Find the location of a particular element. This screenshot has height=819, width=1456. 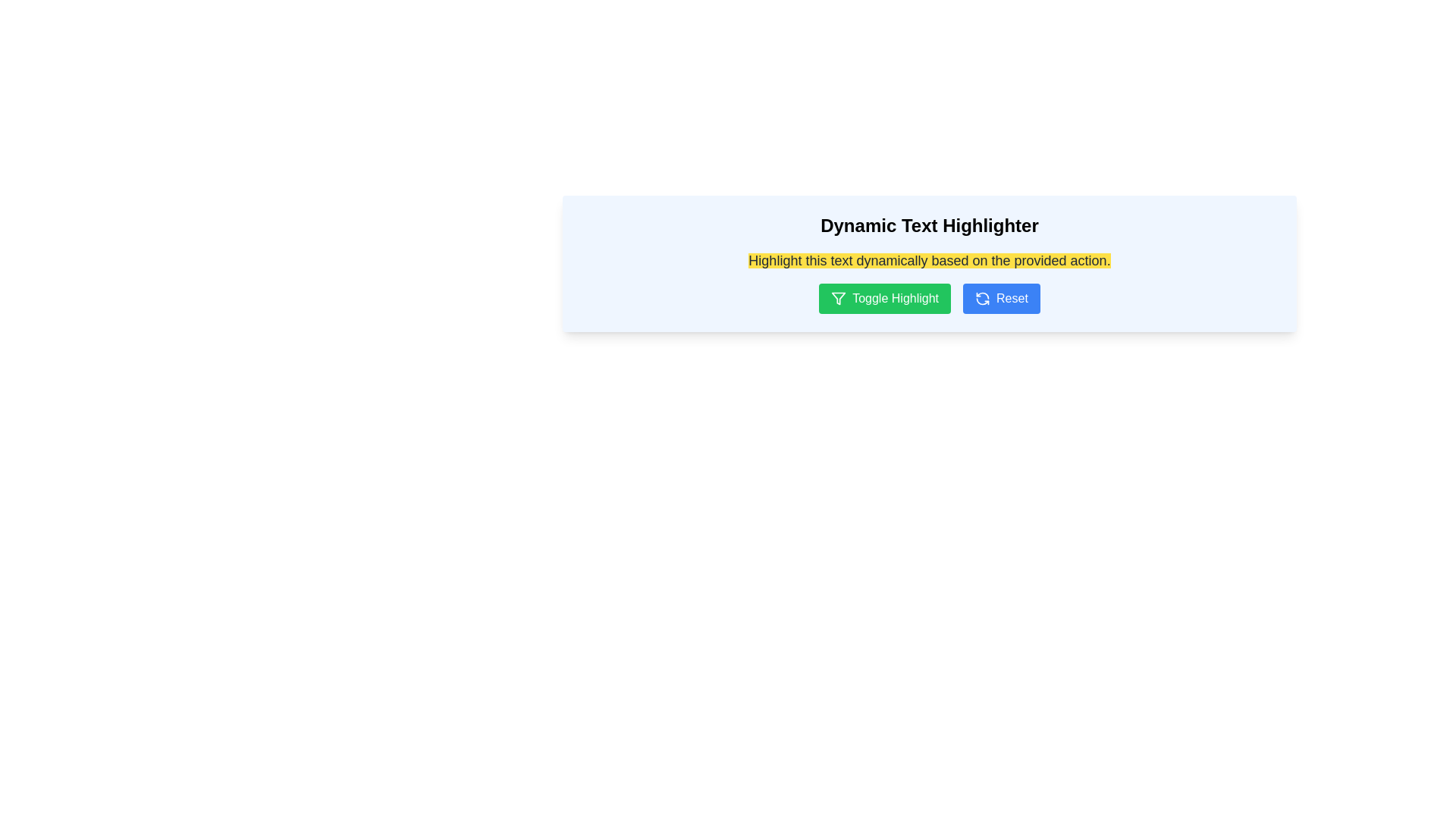

the refresh icon located inside the blue 'Reset' button at the bottom right of the interface is located at coordinates (983, 298).